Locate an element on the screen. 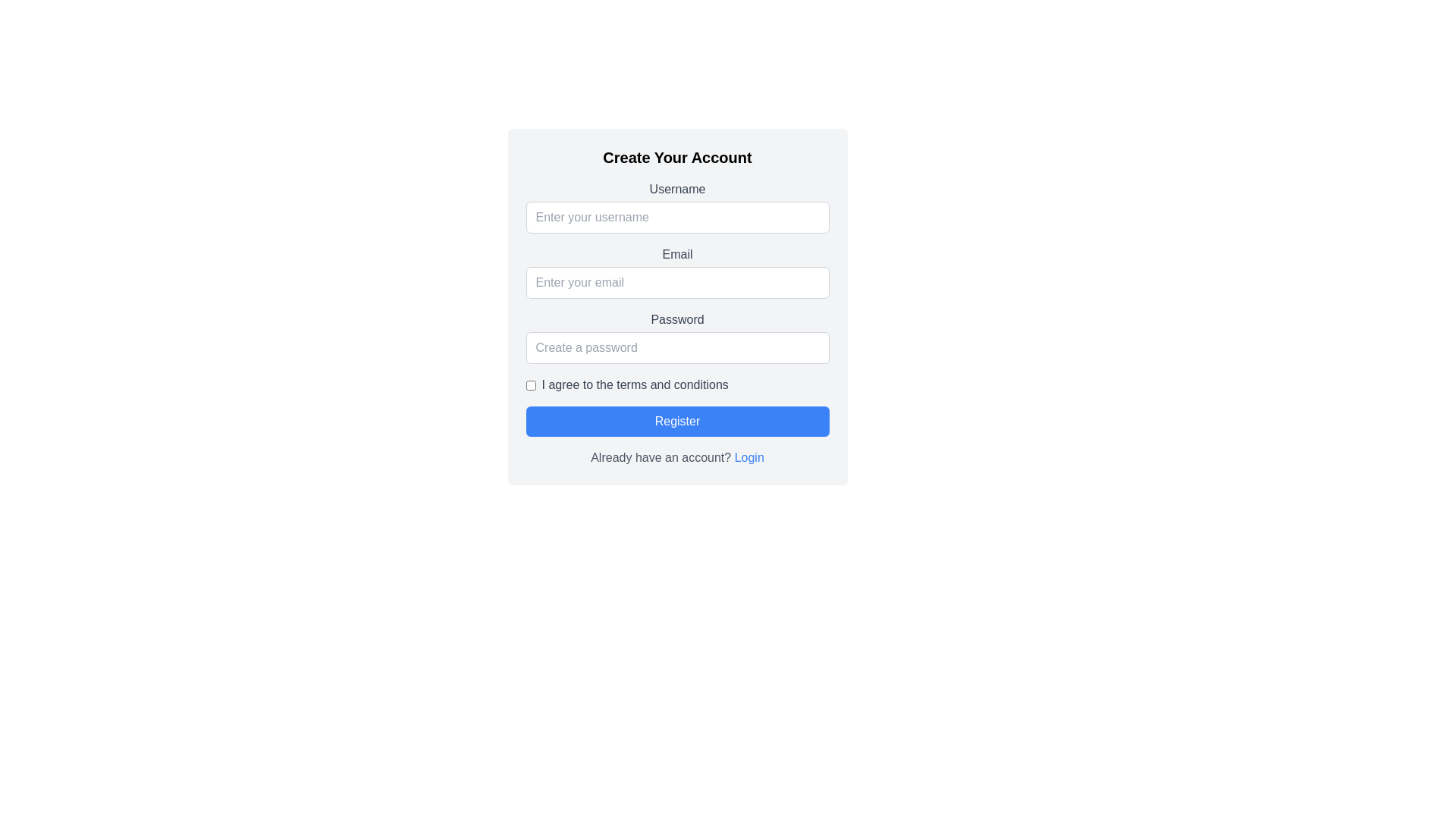  text with the interactive link that provides guidance for users who want to log in instead of creating a new account, located below the 'Register' button is located at coordinates (676, 457).